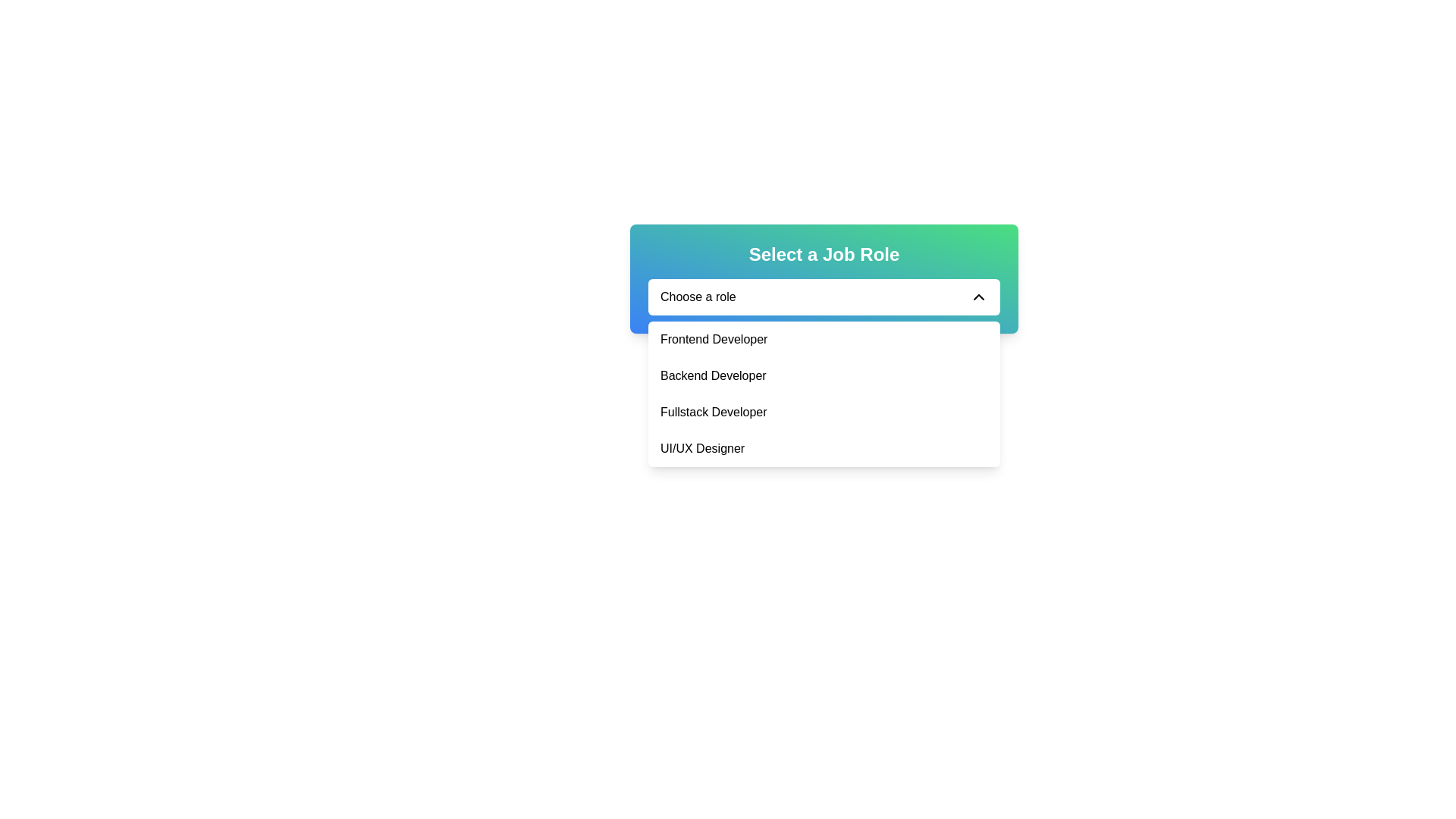  I want to click on outside the 'Choose a role' dropdown menu, so click(823, 297).